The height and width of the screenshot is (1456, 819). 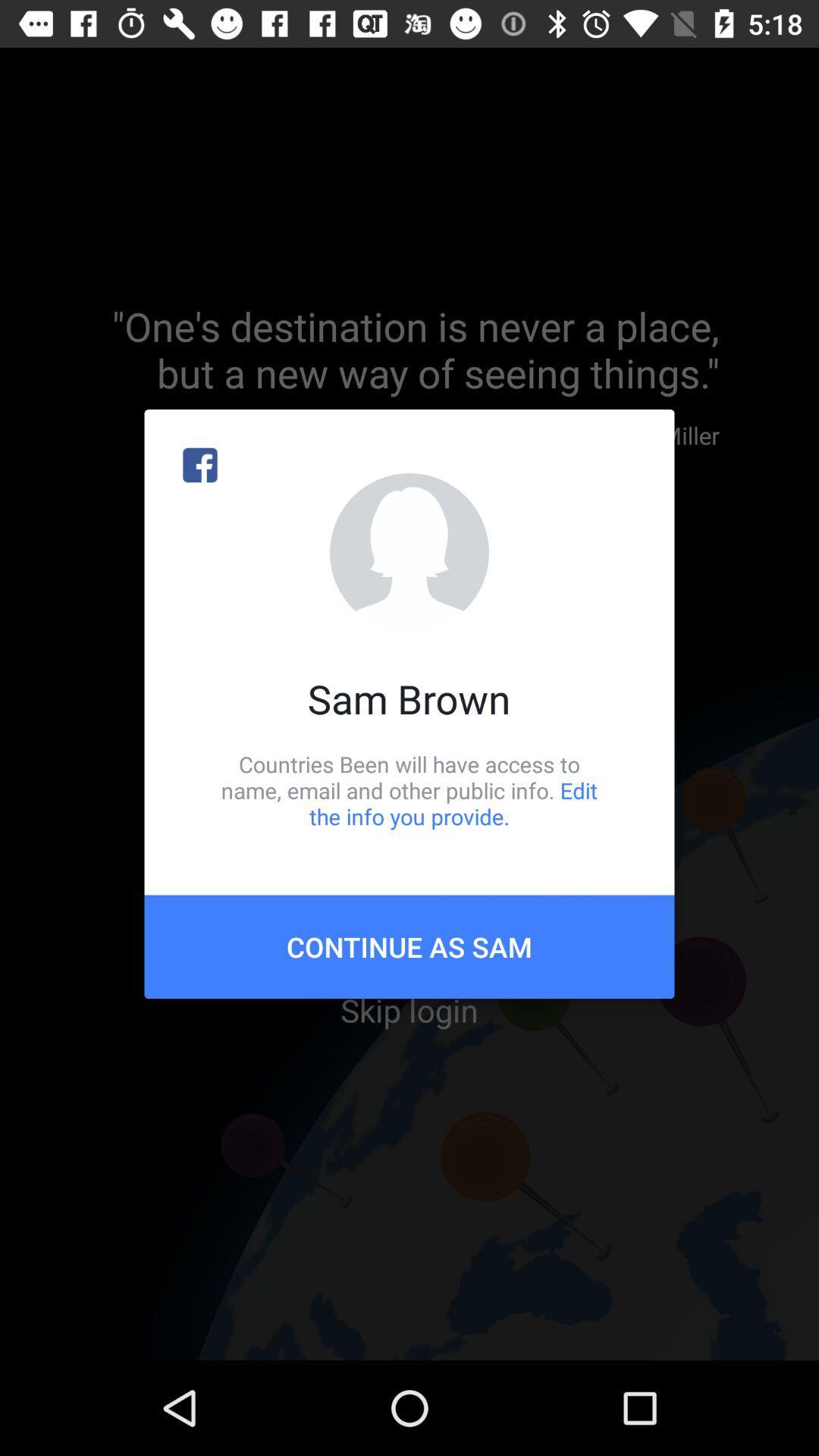 I want to click on the continue as sam item, so click(x=409, y=946).